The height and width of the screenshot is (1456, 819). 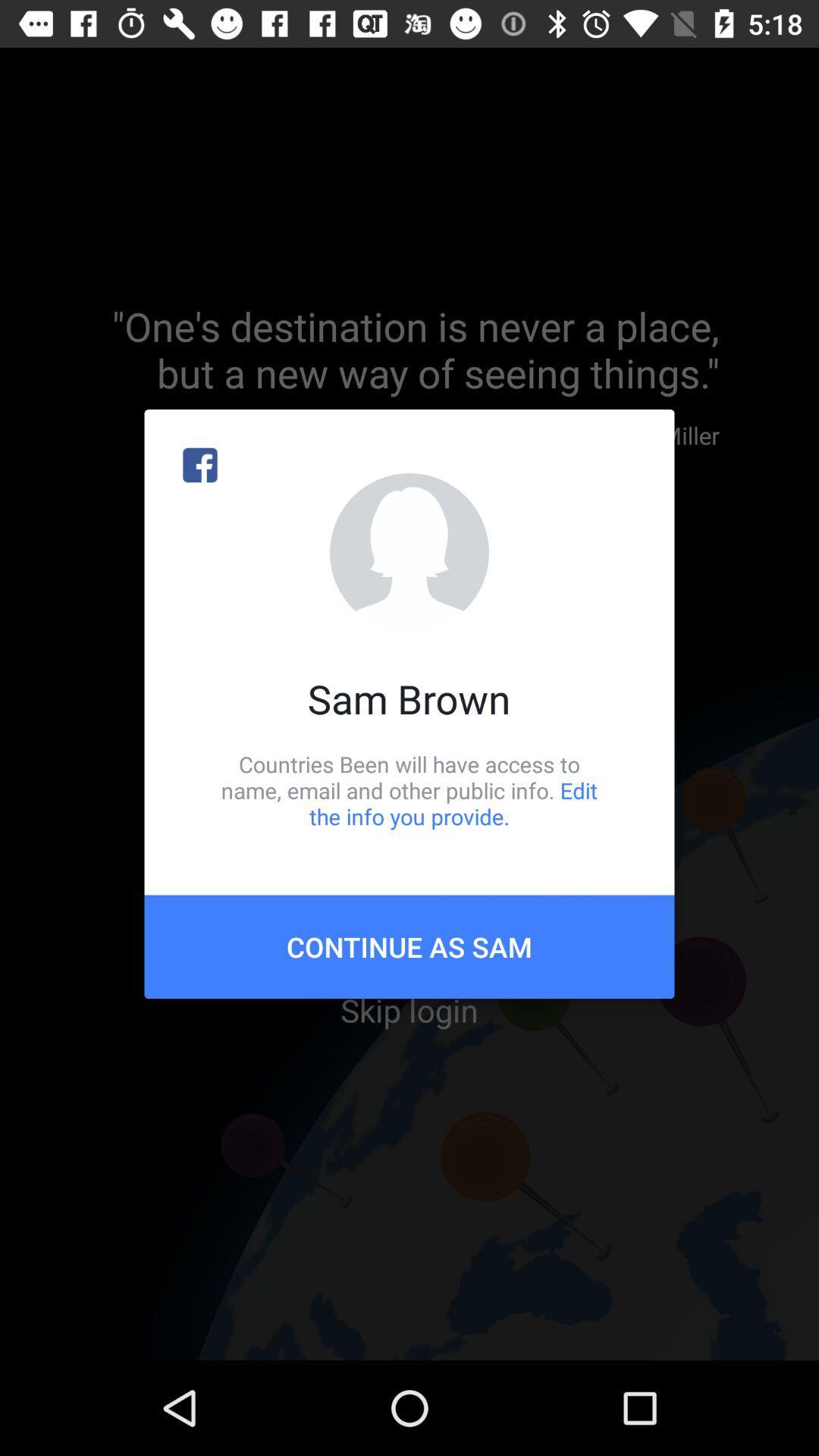 I want to click on the continue as sam item, so click(x=409, y=946).